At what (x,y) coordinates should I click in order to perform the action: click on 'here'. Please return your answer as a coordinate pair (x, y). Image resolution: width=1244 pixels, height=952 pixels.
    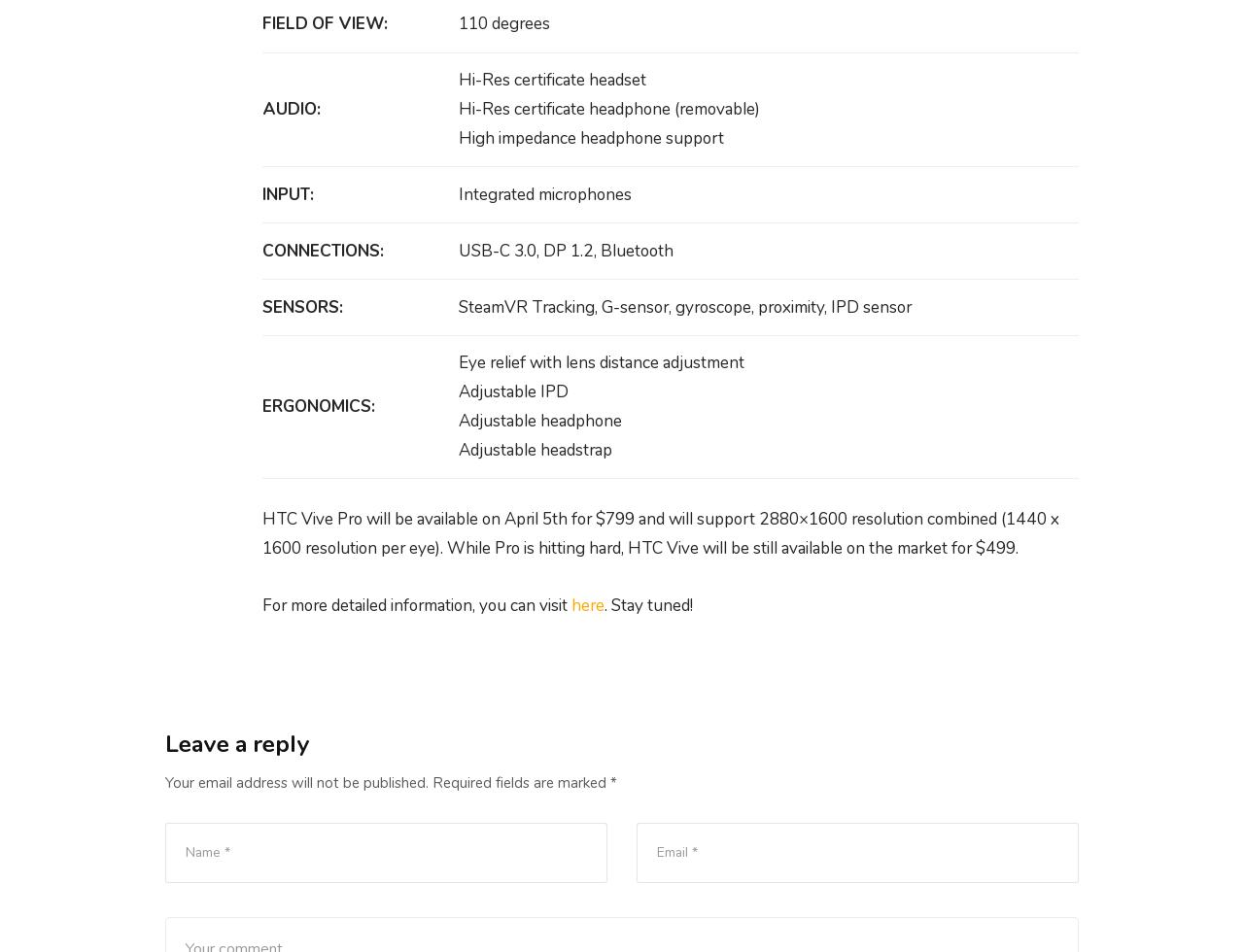
    Looking at the image, I should click on (587, 604).